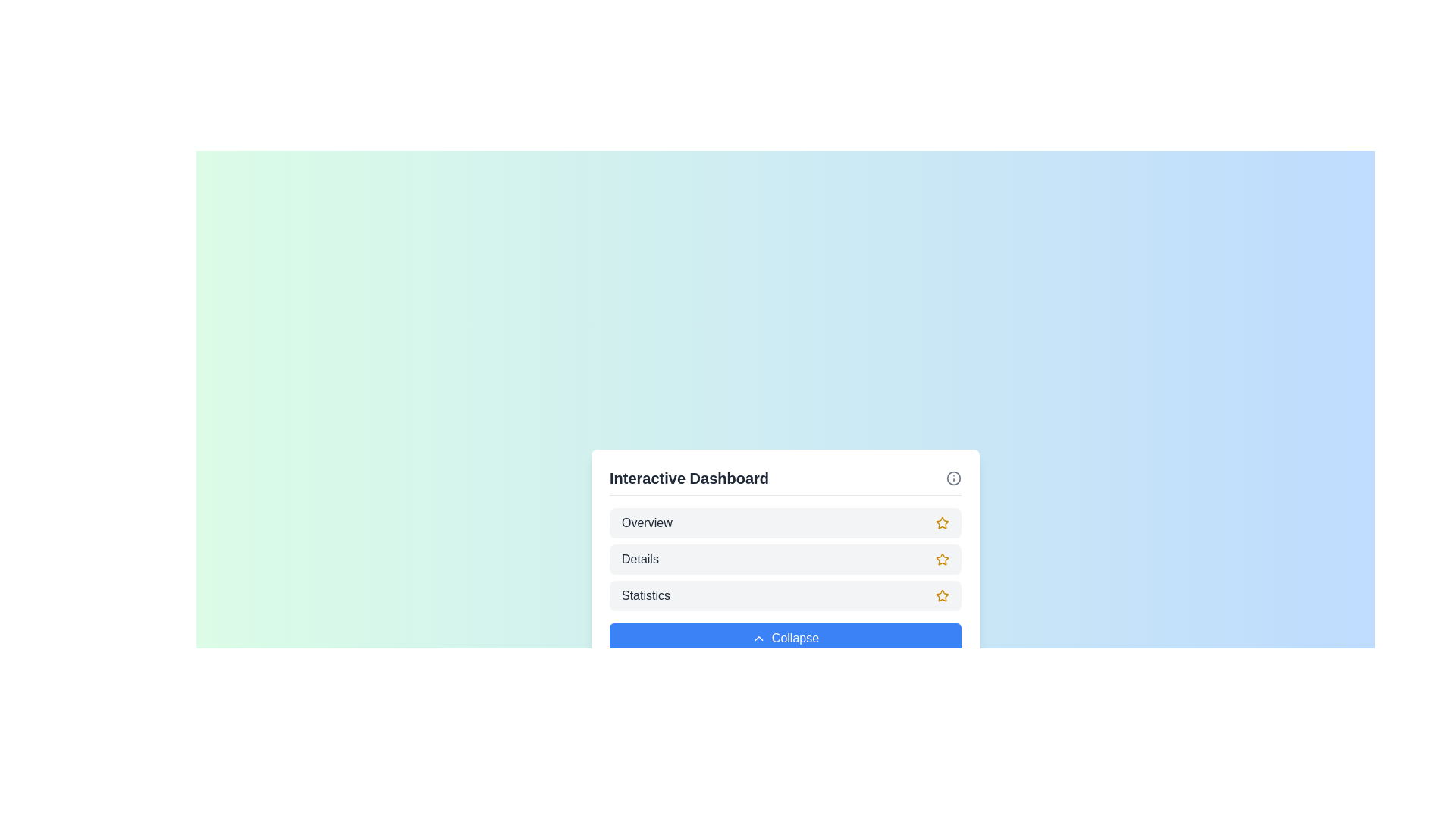 This screenshot has height=819, width=1456. I want to click on the 'Statistics' button-like interactive element, which is the third item in the list on the 'Interactive Dashboard', so click(786, 595).